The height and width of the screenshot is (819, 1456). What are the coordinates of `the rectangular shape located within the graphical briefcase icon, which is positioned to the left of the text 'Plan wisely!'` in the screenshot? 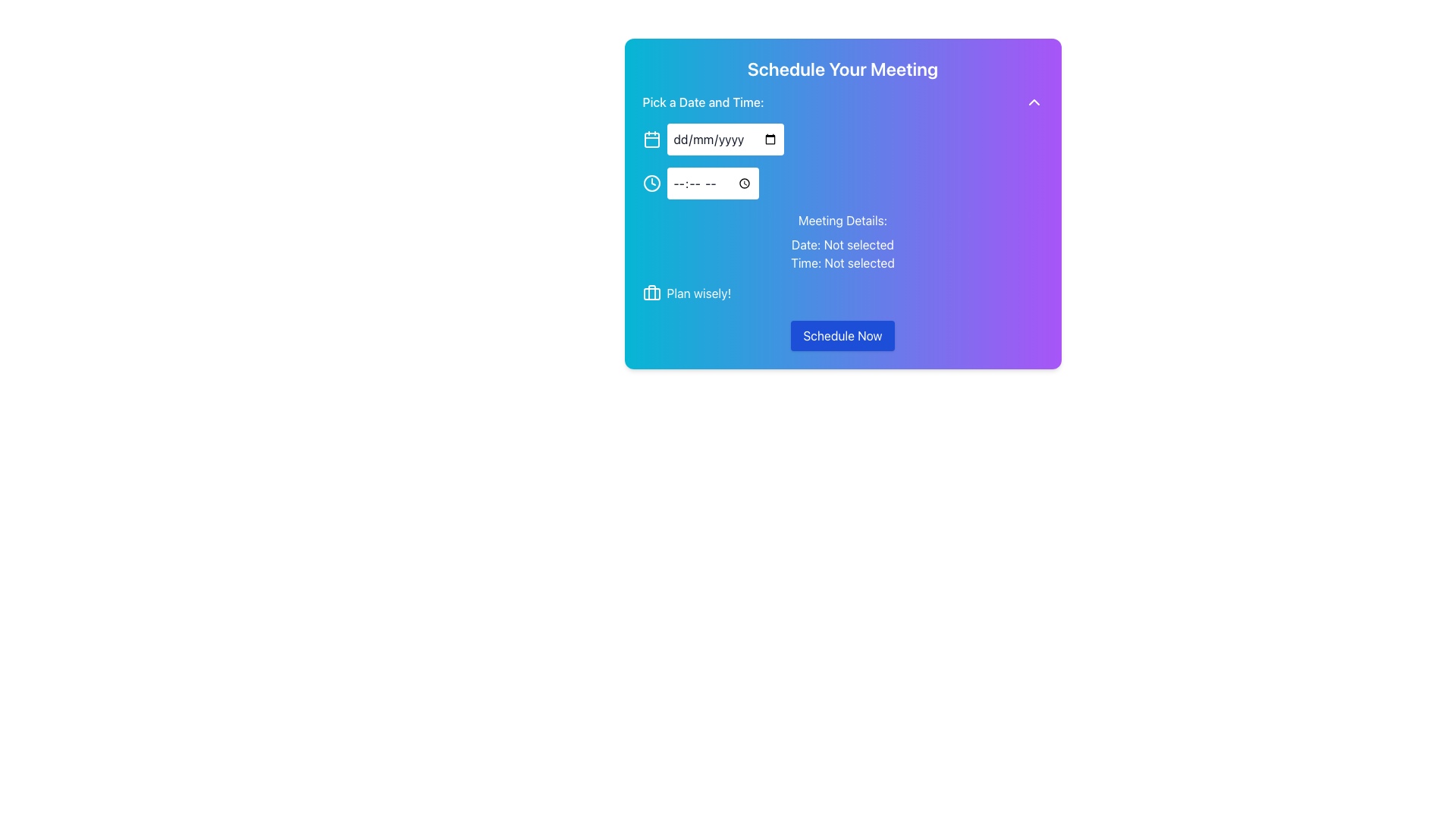 It's located at (651, 294).